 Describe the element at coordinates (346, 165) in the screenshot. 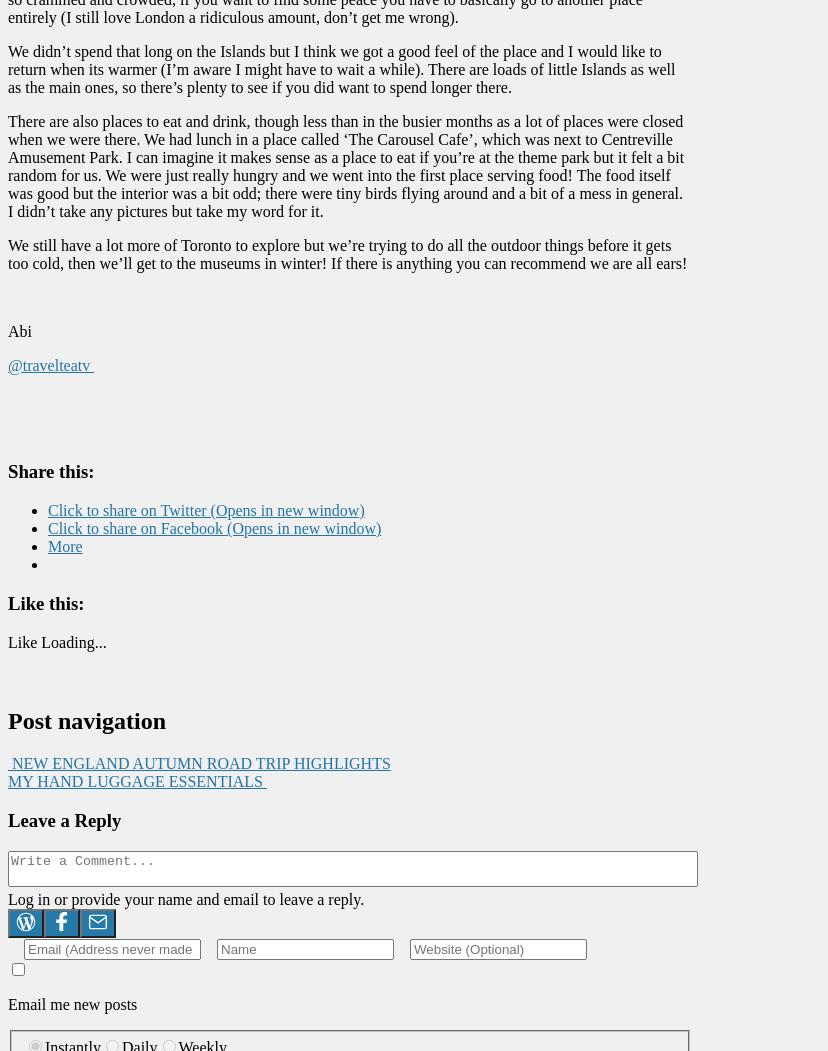

I see `'There are also places to eat and drink, though less than in the busier months as a lot of places were closed when we were there. We had lunch in a place called ‘The Carousel Cafe’, which was next to Centreville Amusement Park. I can imagine it makes sense as a place to eat if you’re at the theme park but it felt a bit random for us. We were just really hungry and we went into the first place serving food! The food itself was good but the interior was a bit odd; there were tiny birds flying around and a bit of a mess in general. I didn’t take any pictures but take my word for it.'` at that location.